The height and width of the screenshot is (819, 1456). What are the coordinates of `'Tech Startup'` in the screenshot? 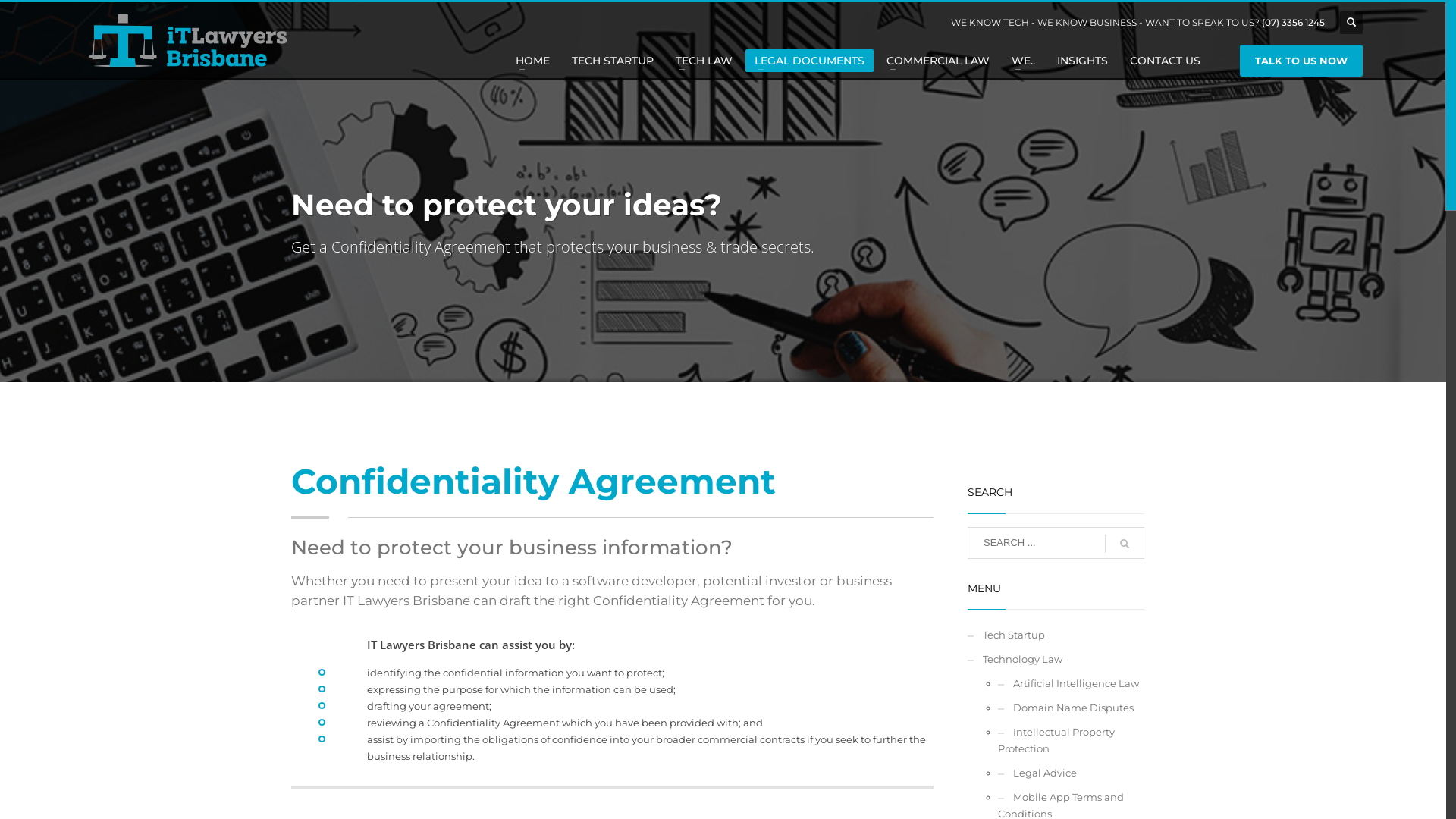 It's located at (967, 635).